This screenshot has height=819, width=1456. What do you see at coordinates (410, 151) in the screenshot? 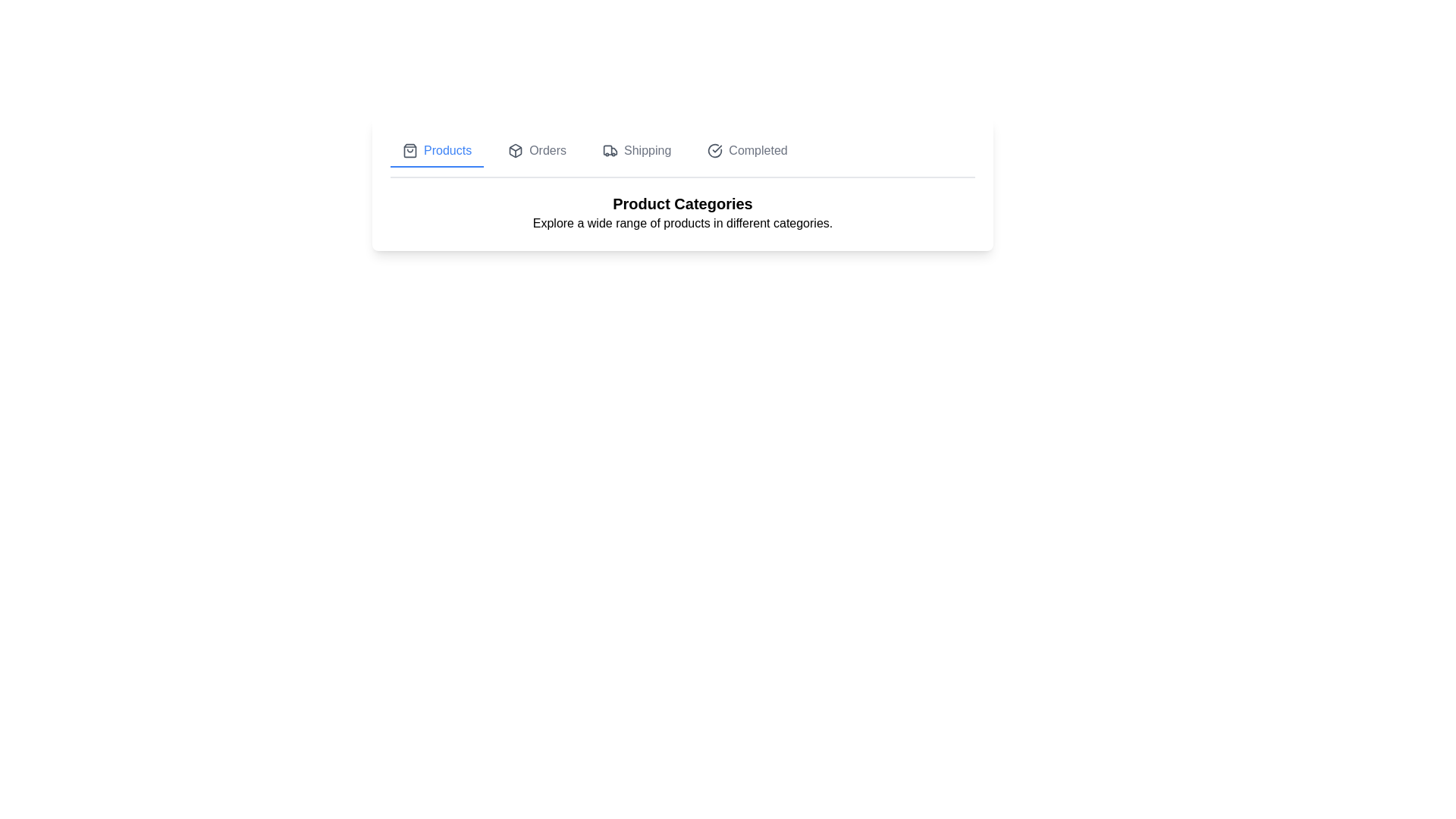
I see `the 'Products' tab SVG icon located to the left of the 'Products' label in the navigation menu` at bounding box center [410, 151].